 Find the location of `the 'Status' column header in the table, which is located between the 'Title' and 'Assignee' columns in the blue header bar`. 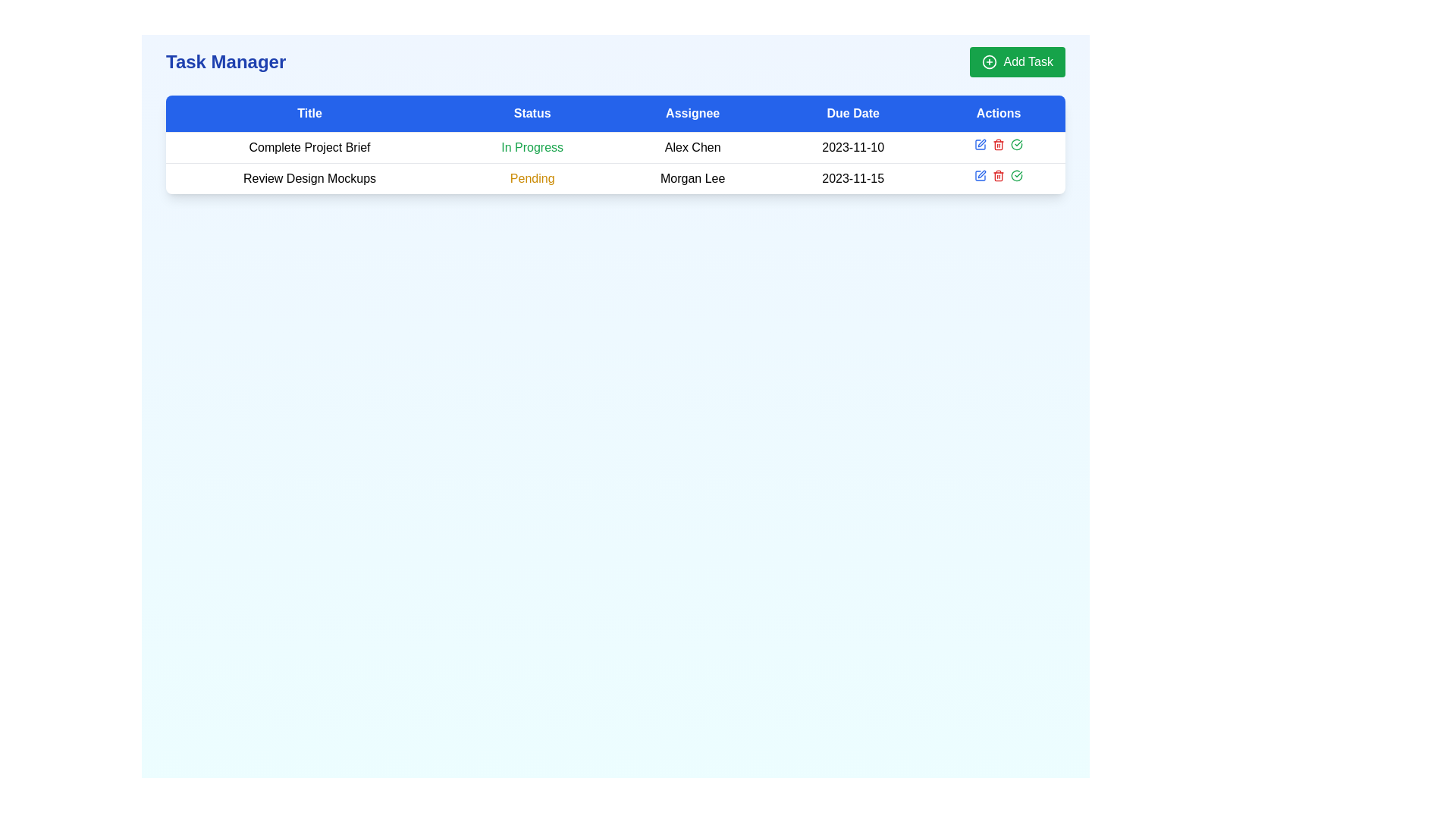

the 'Status' column header in the table, which is located between the 'Title' and 'Assignee' columns in the blue header bar is located at coordinates (532, 113).